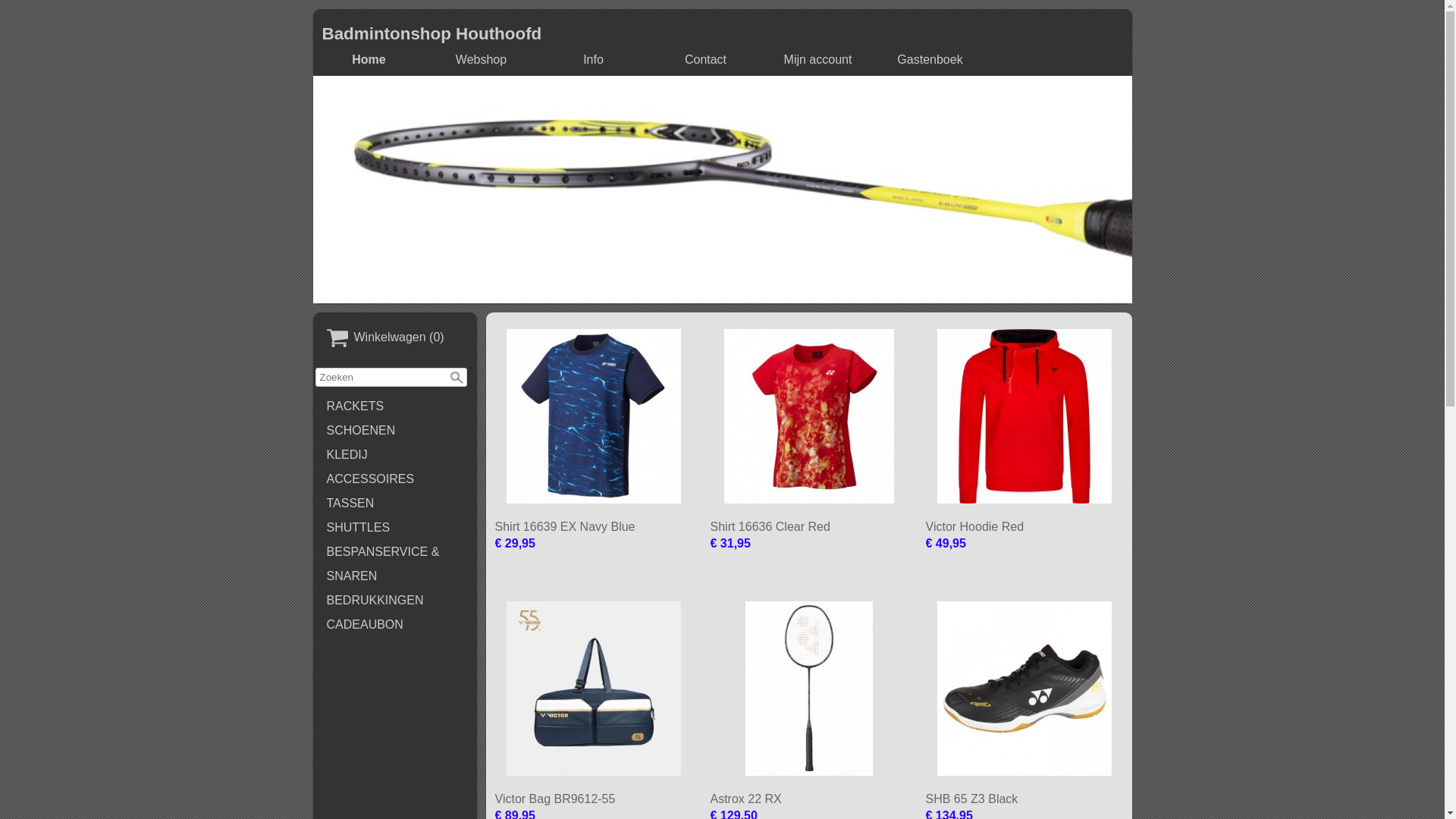 This screenshot has height=819, width=1456. I want to click on 'RACKETS', so click(395, 406).